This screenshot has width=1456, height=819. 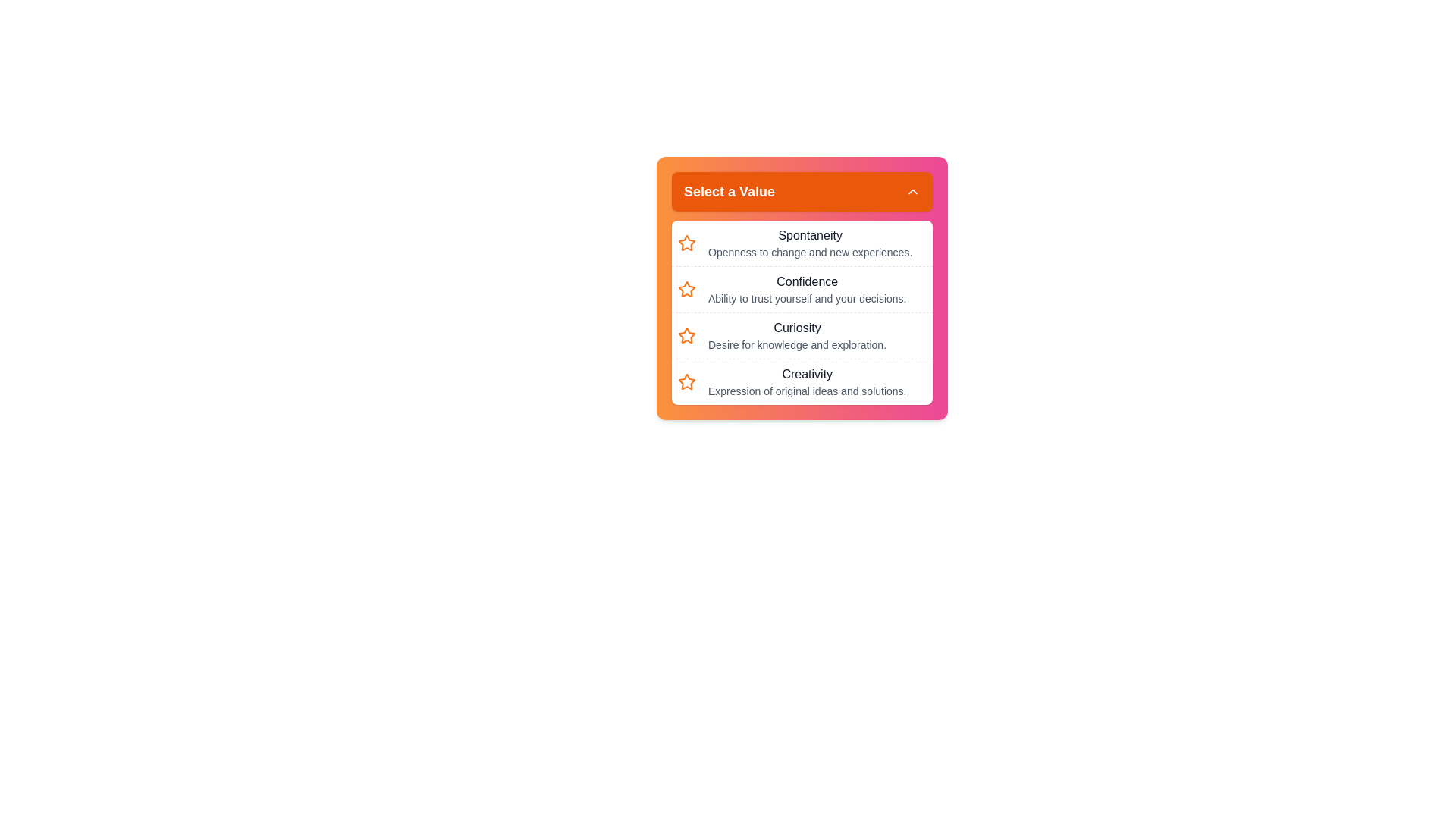 I want to click on the star-shaped icon with an orange border located next to the 'Creativity' list item to interact with its associated functionality, so click(x=686, y=381).